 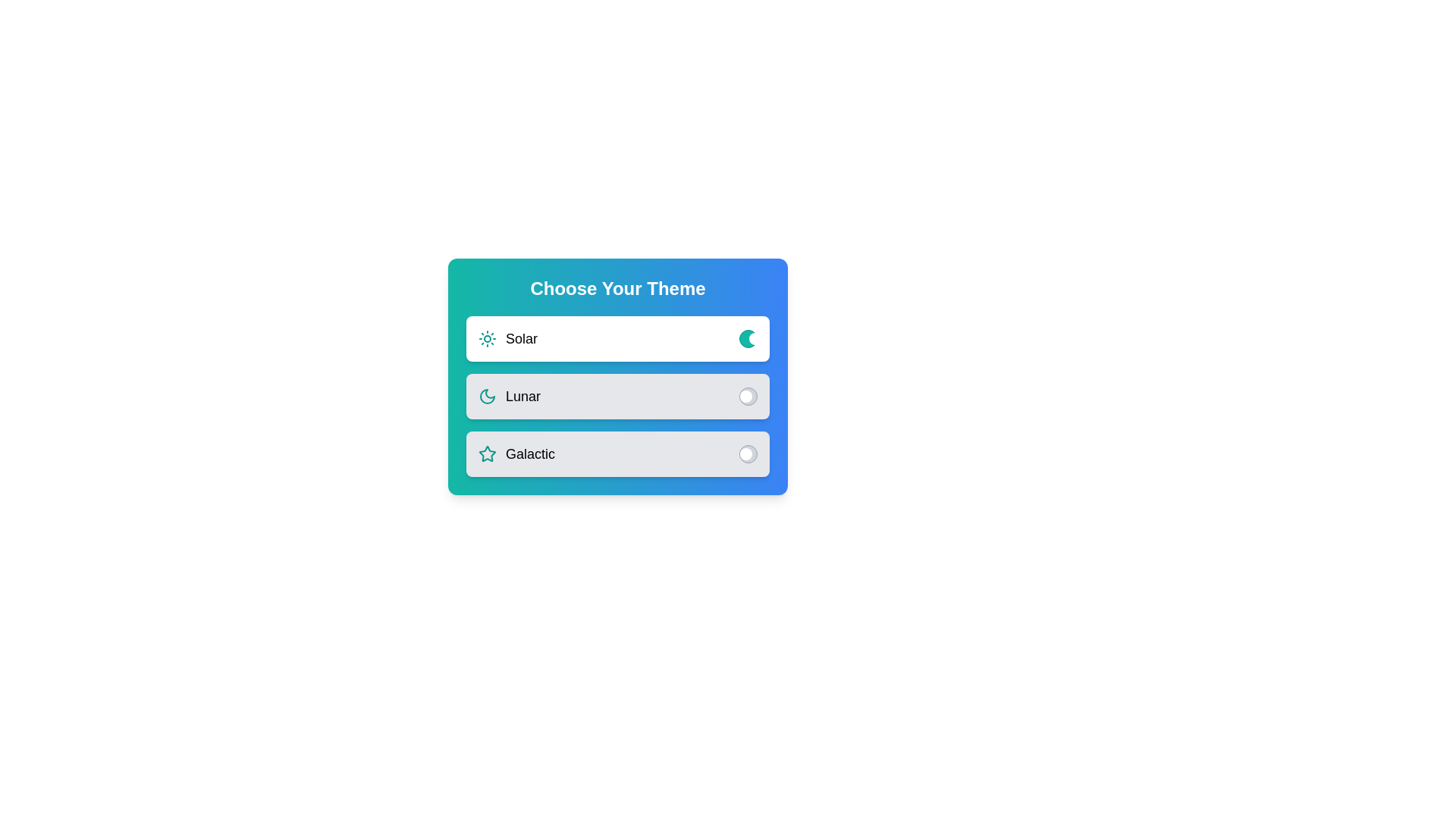 I want to click on the toggle button for the Lunar theme, so click(x=748, y=396).